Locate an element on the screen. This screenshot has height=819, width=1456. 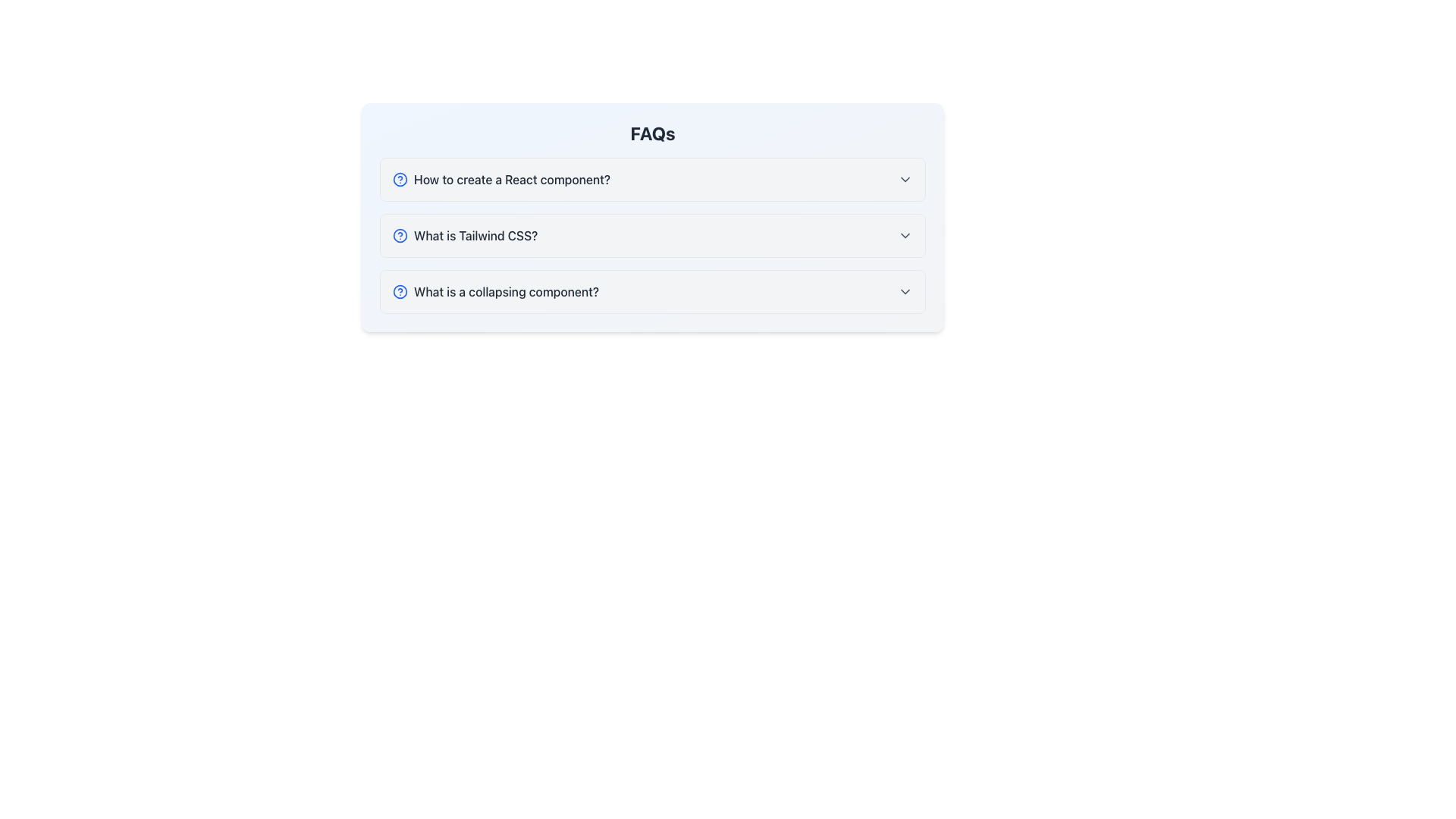
the outermost circular part of the FAQ icon next to the header 'How to create a React component?' is located at coordinates (400, 178).